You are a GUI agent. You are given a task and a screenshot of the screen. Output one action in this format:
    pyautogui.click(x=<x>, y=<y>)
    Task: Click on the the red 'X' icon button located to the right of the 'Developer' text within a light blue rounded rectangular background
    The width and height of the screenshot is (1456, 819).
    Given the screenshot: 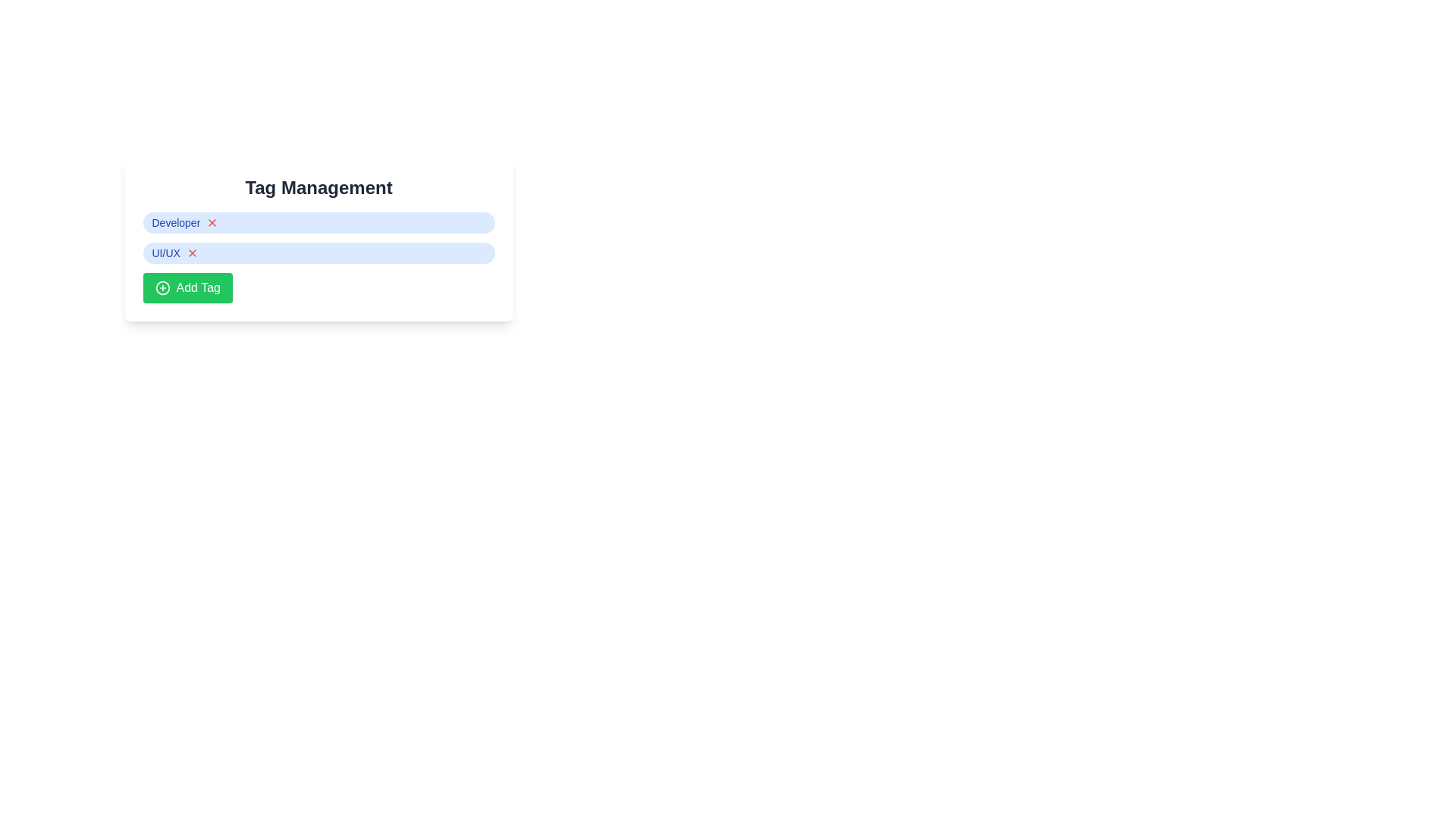 What is the action you would take?
    pyautogui.click(x=212, y=222)
    